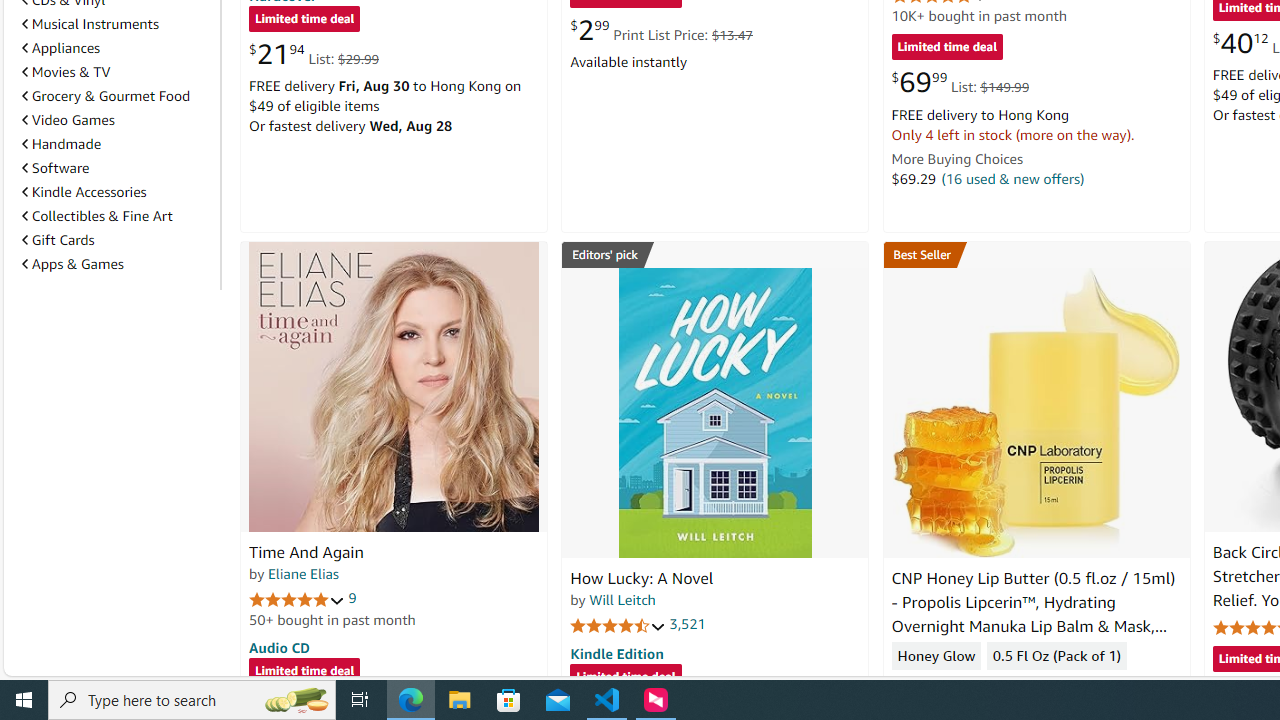 The width and height of the screenshot is (1280, 720). I want to click on '(16 used & new offers)', so click(1013, 178).